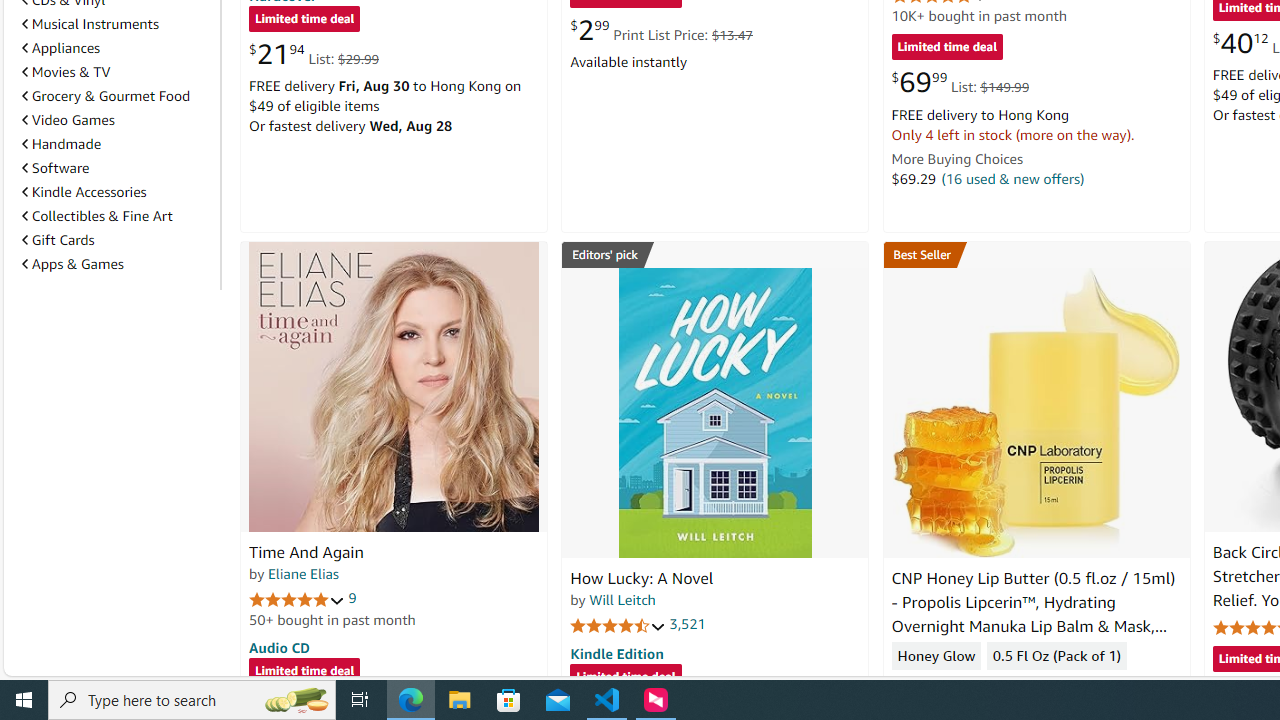 The width and height of the screenshot is (1280, 720). I want to click on '(16 used & new offers)', so click(1013, 178).